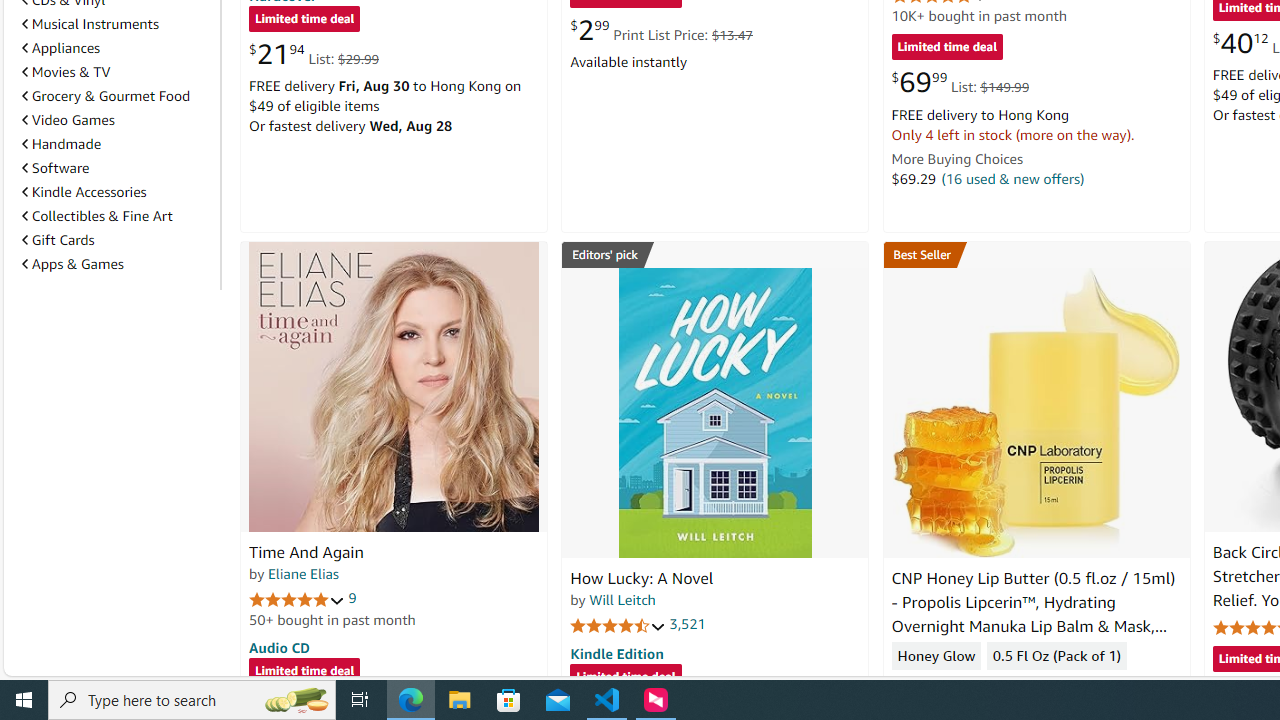 The width and height of the screenshot is (1280, 720). I want to click on '(16 used & new offers)', so click(1013, 178).